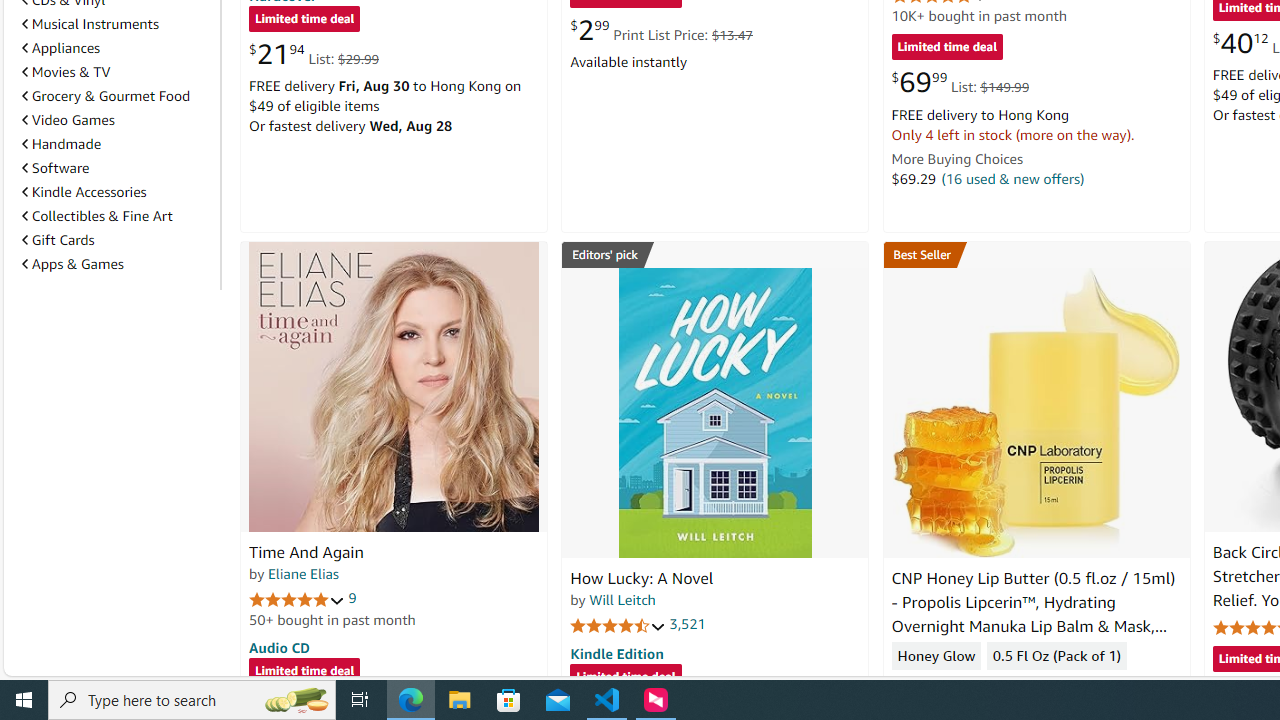 The width and height of the screenshot is (1280, 720). I want to click on '(16 used & new offers)', so click(1013, 178).